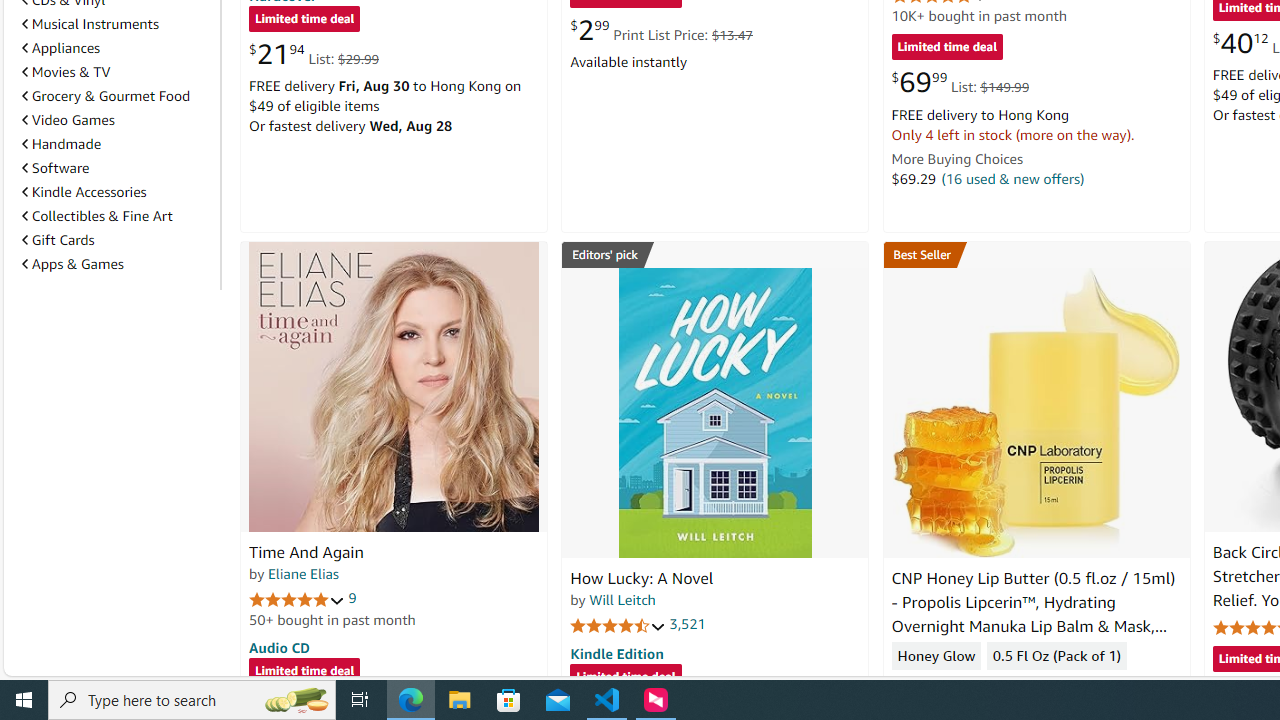 The width and height of the screenshot is (1280, 720). I want to click on '(16 used & new offers)', so click(1013, 178).